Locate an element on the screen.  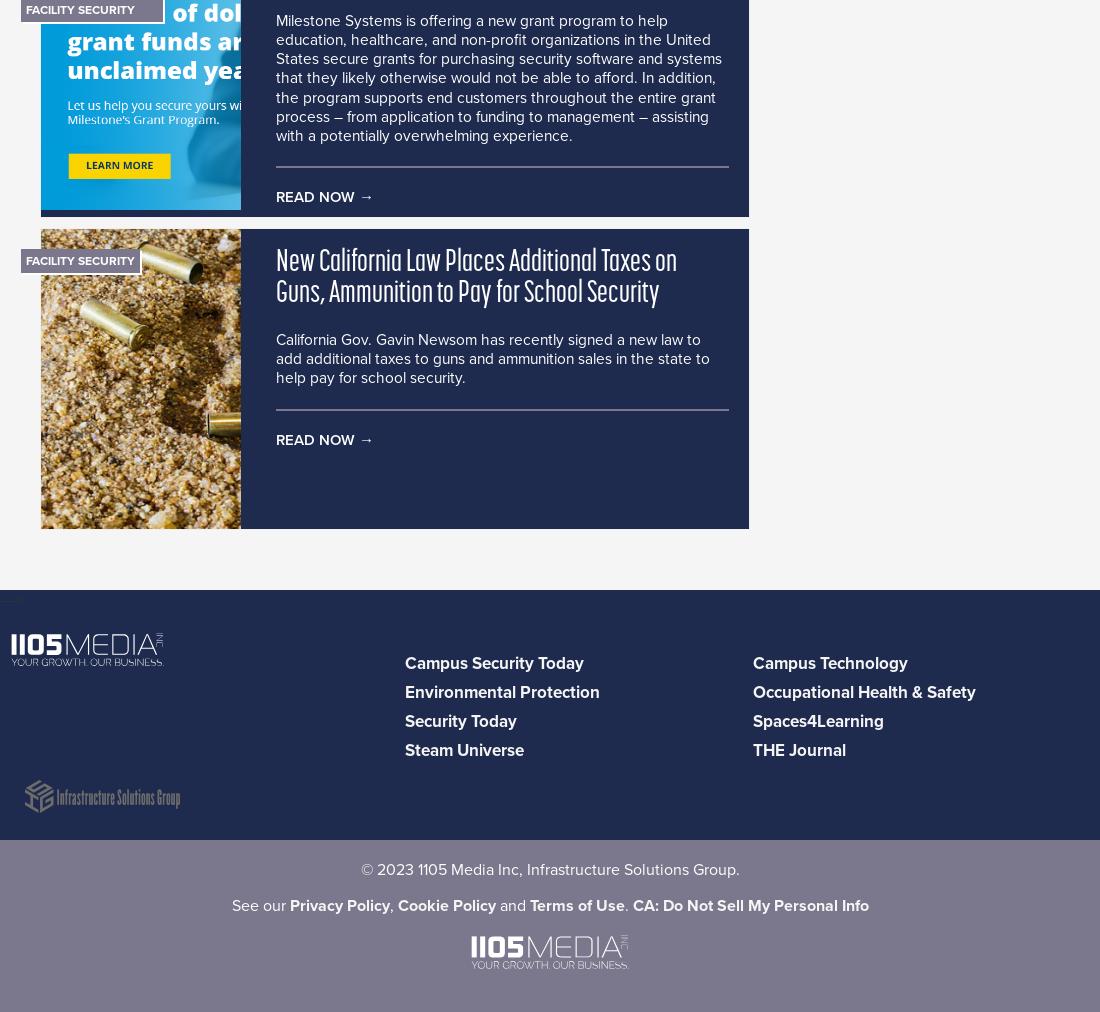
'CA: Do Not Sell My Personal Info' is located at coordinates (748, 906).